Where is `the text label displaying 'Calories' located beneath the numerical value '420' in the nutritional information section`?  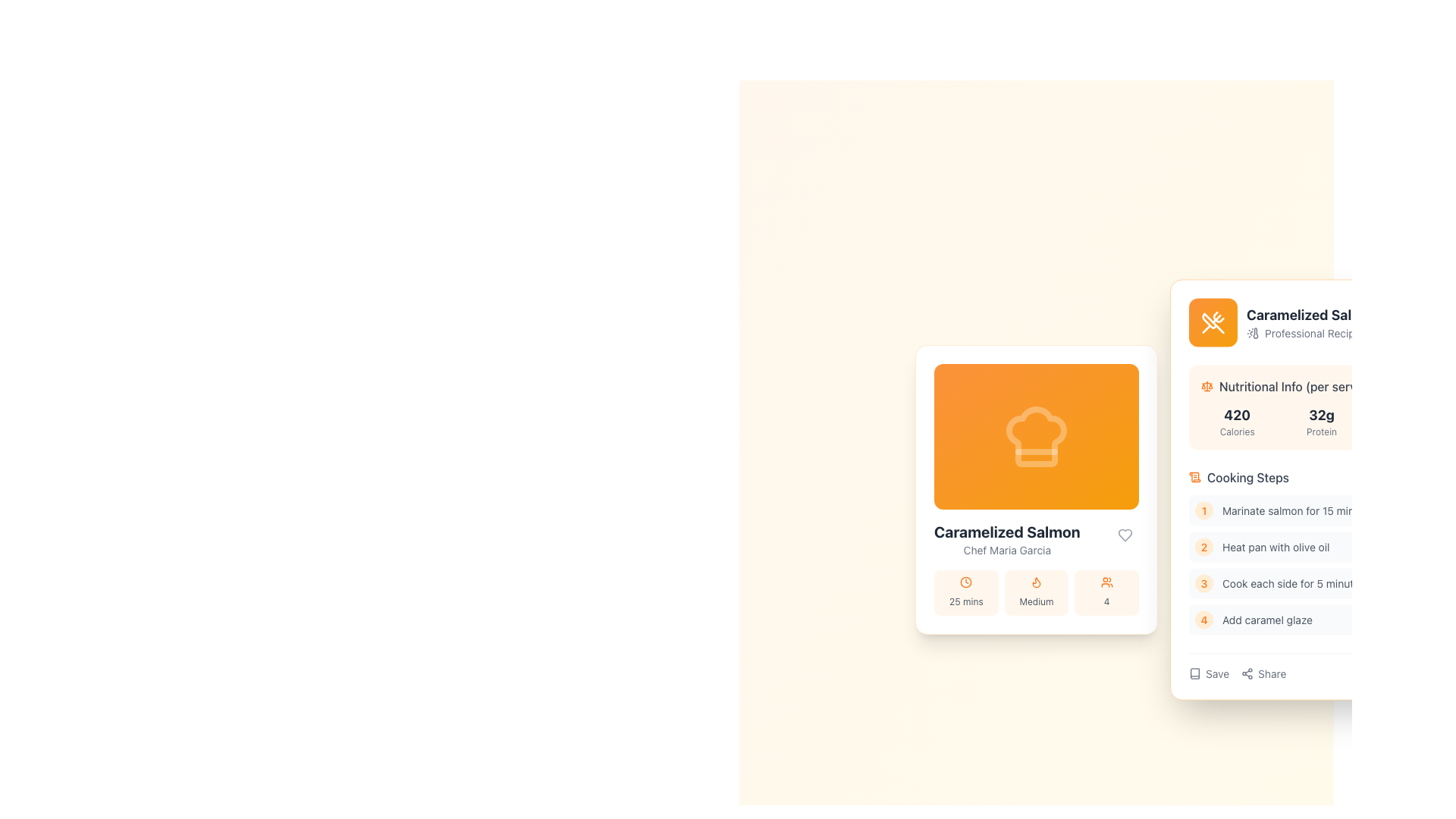 the text label displaying 'Calories' located beneath the numerical value '420' in the nutritional information section is located at coordinates (1237, 431).